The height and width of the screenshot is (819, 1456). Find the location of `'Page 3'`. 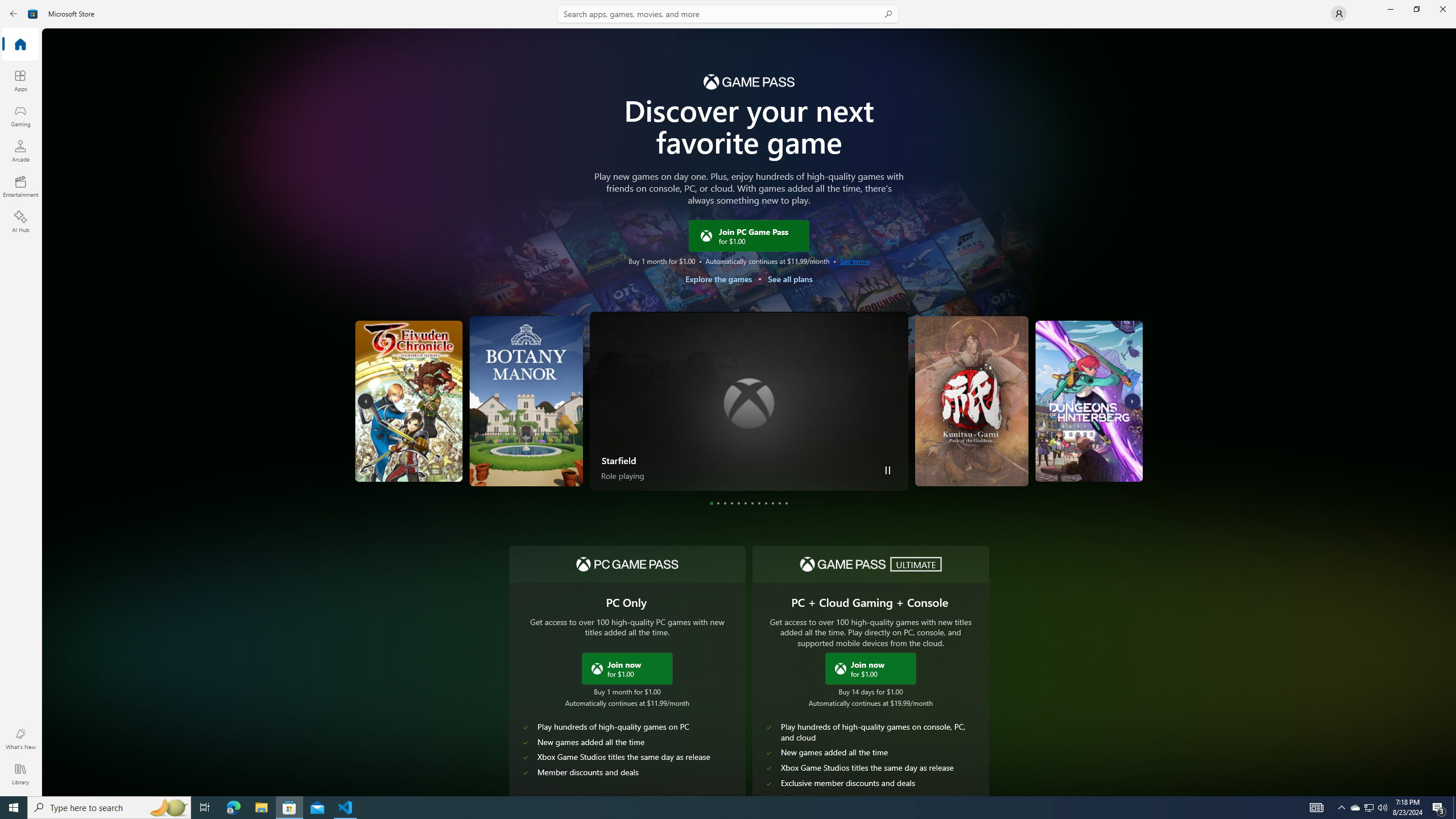

'Page 3' is located at coordinates (724, 503).